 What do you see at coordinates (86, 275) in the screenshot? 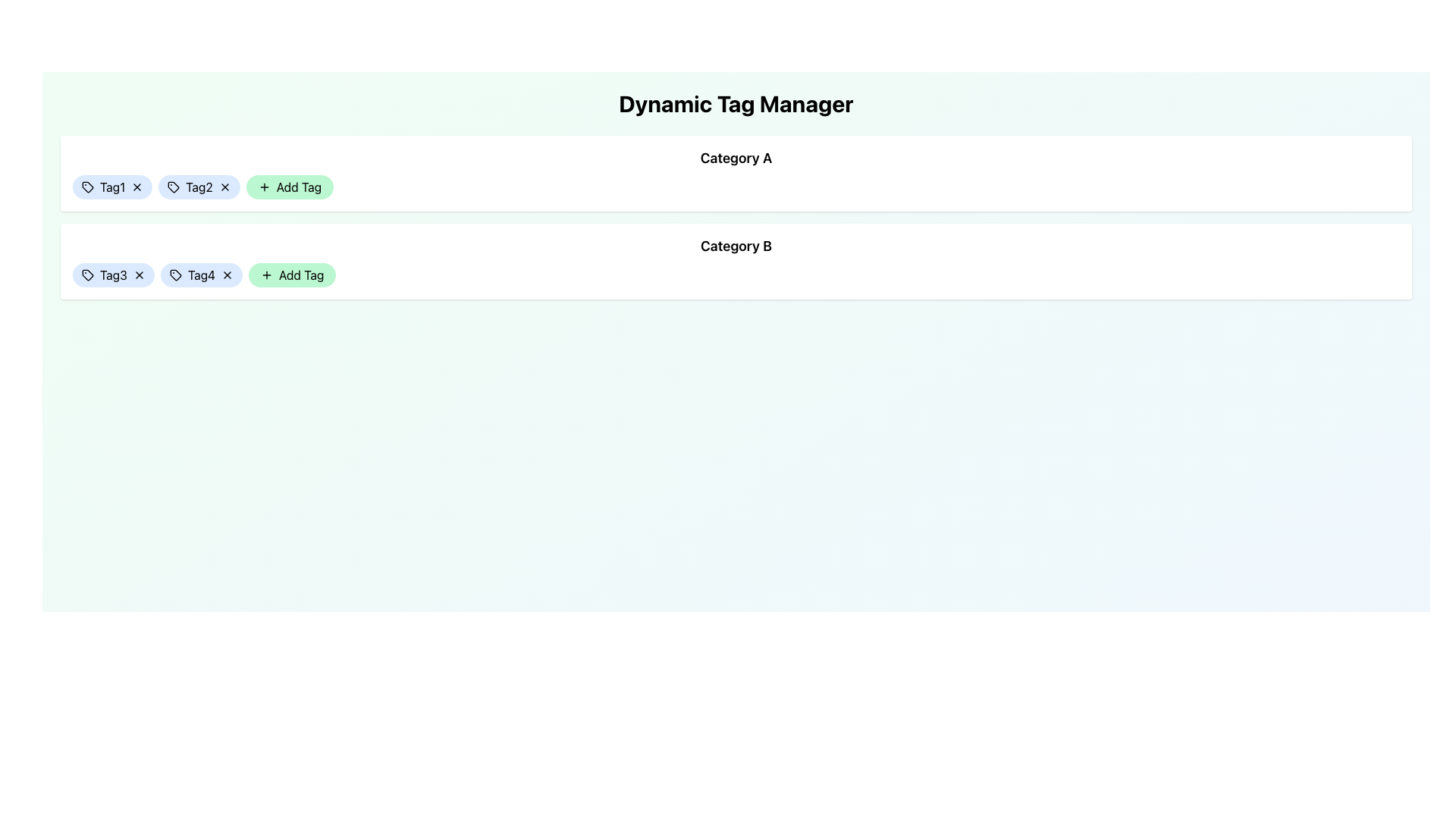
I see `the small decorative icon representing the 'Tag3' item in the 'Category B' section, located at the leftmost position in the second row of tags` at bounding box center [86, 275].